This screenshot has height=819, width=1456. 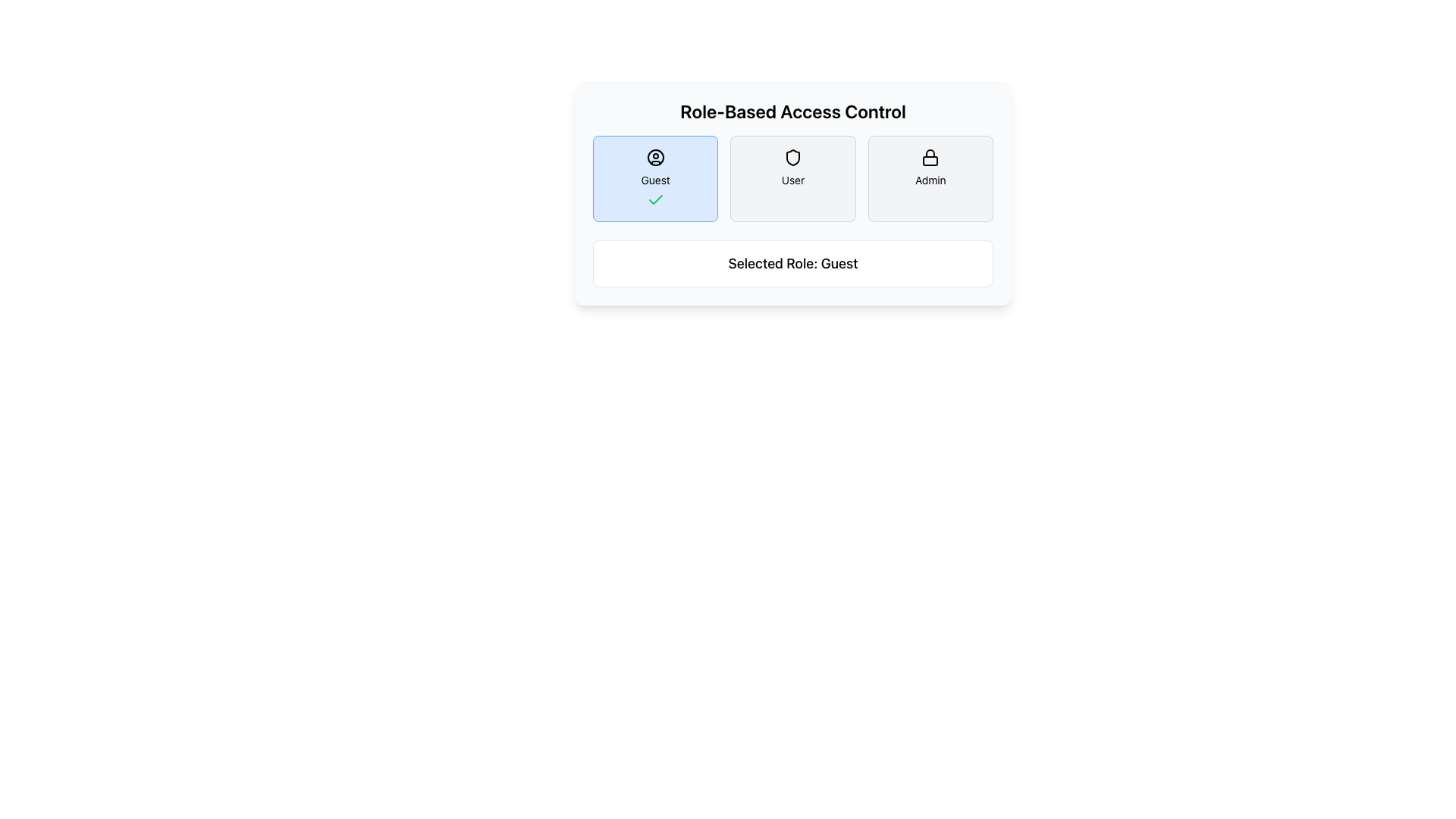 I want to click on text displayed in bold style that says 'Selected Role: Guest', located below the role selection options in the interface, so click(x=792, y=262).